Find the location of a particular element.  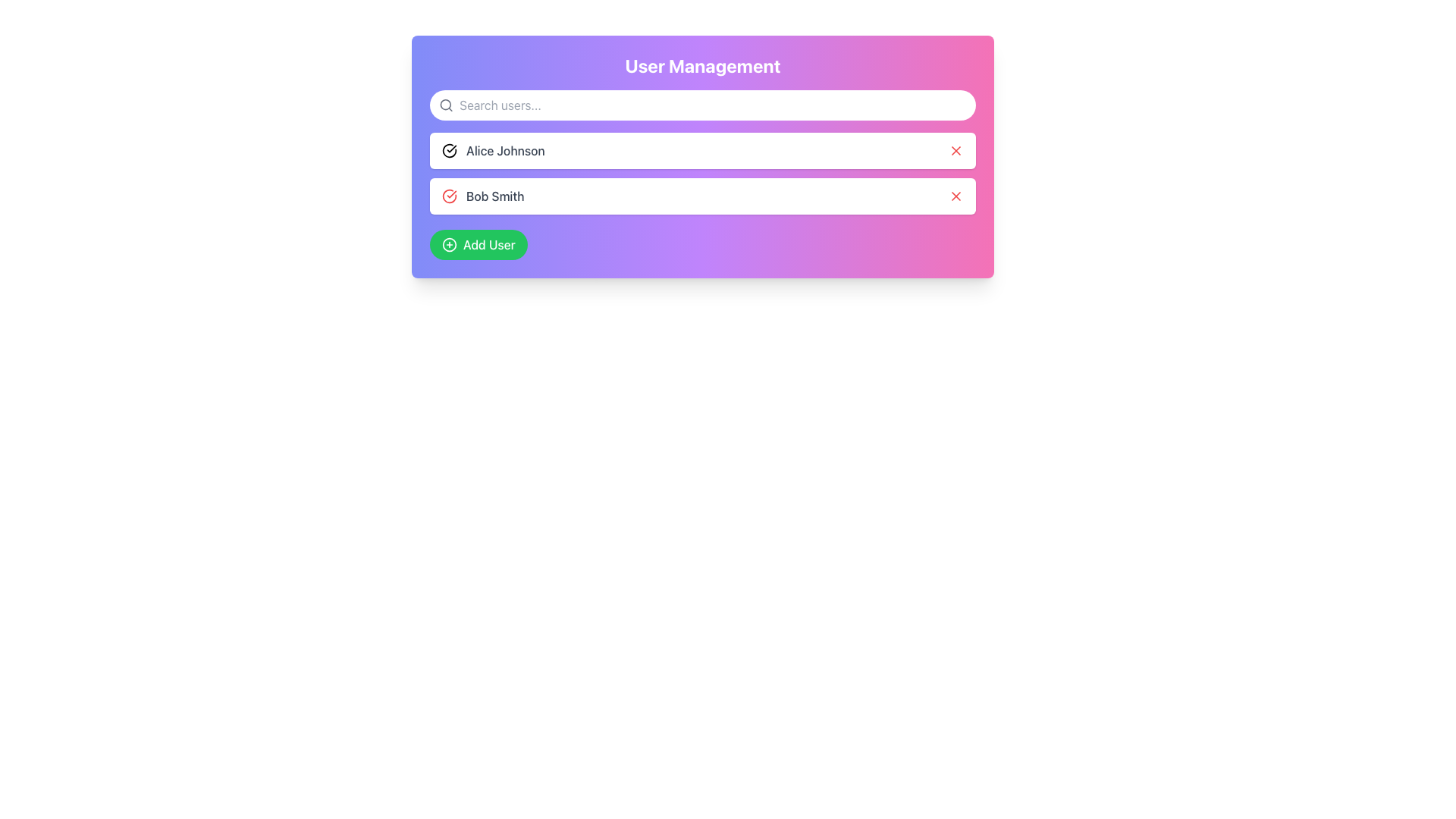

the close icon button for the user 'Bob Smith' in the 'User Management' interface is located at coordinates (955, 195).